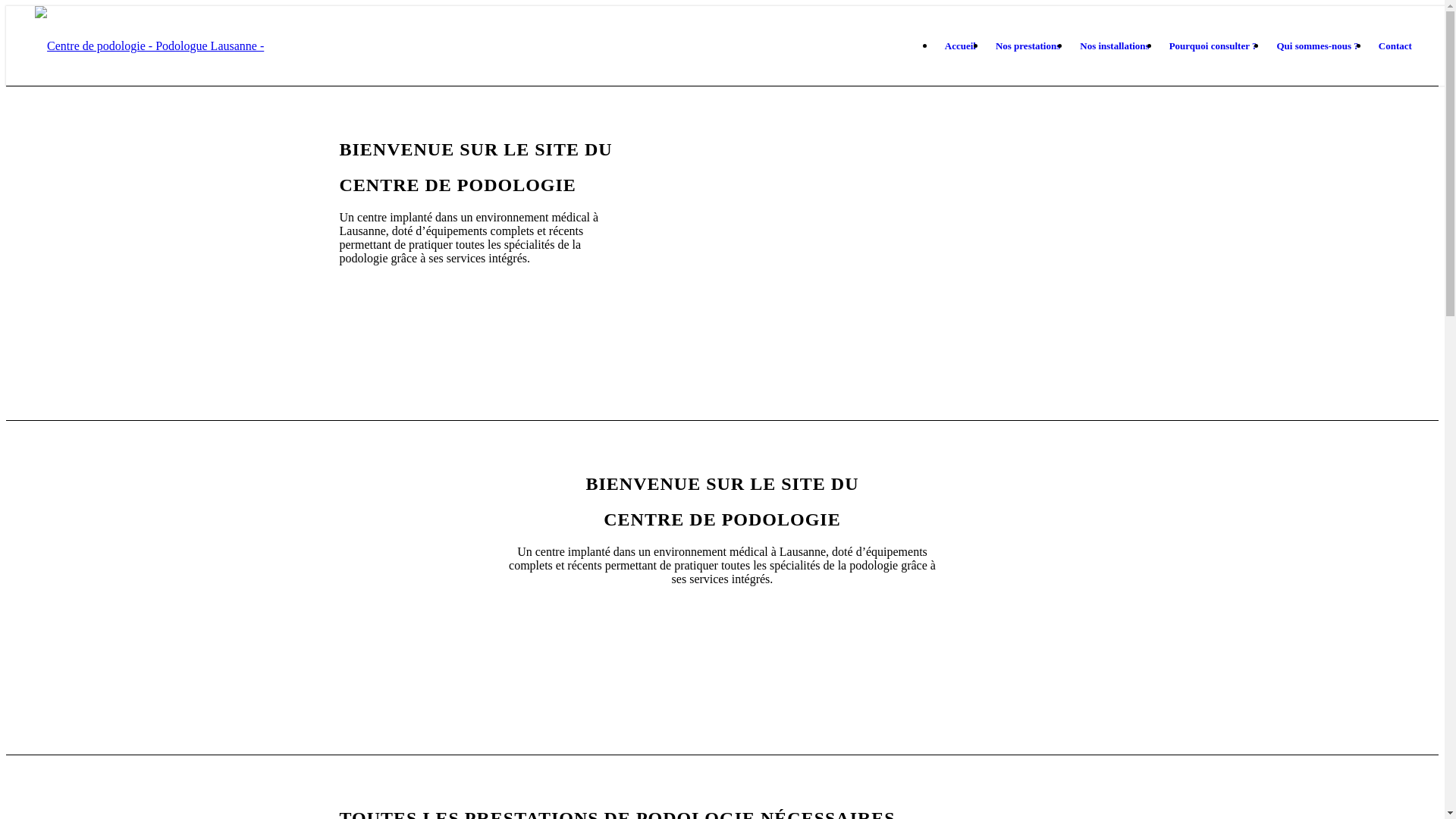 This screenshot has height=819, width=1456. Describe the element at coordinates (1266, 45) in the screenshot. I see `'Qui sommes-nous ?'` at that location.